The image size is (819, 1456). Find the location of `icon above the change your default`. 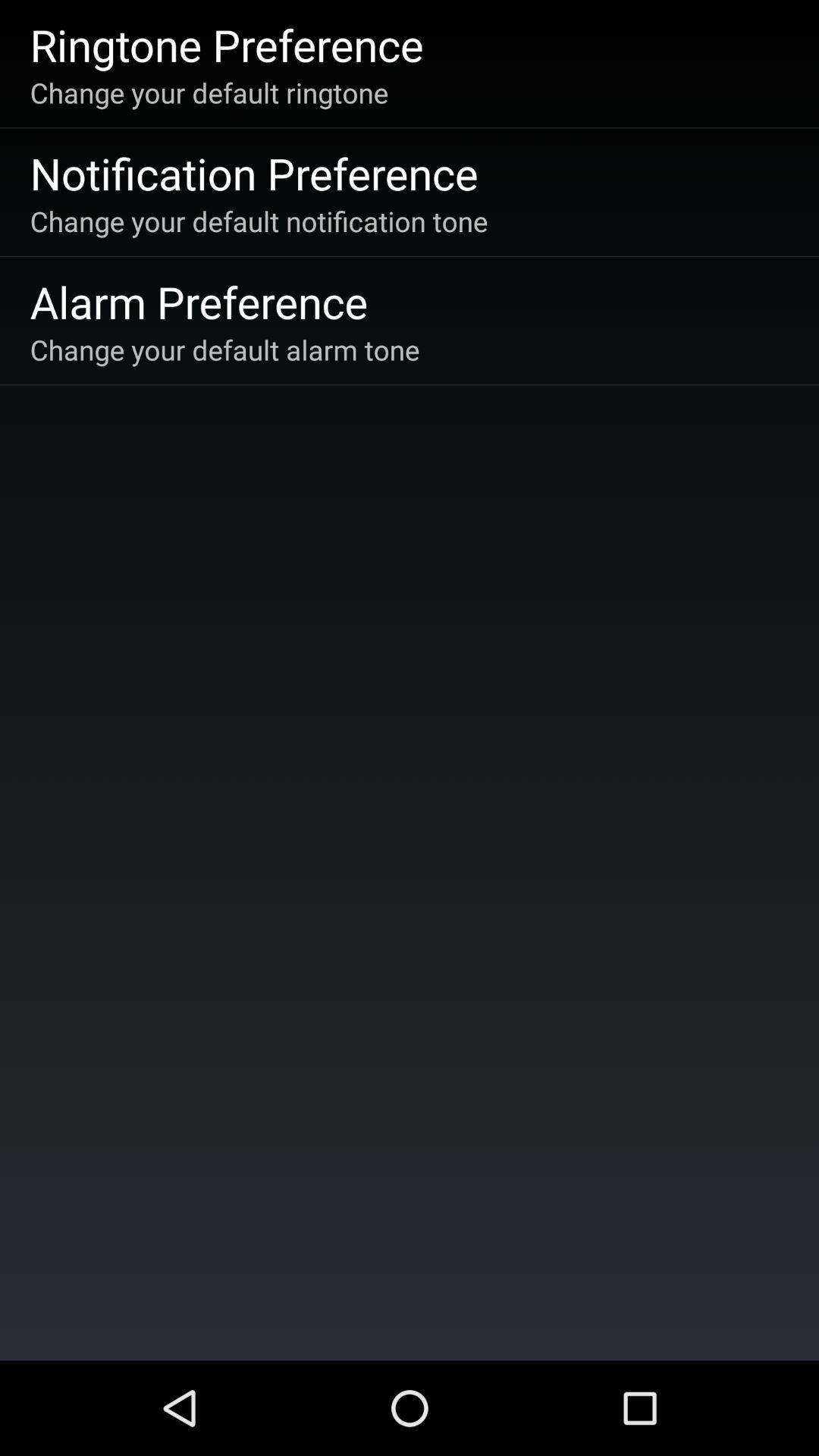

icon above the change your default is located at coordinates (253, 173).